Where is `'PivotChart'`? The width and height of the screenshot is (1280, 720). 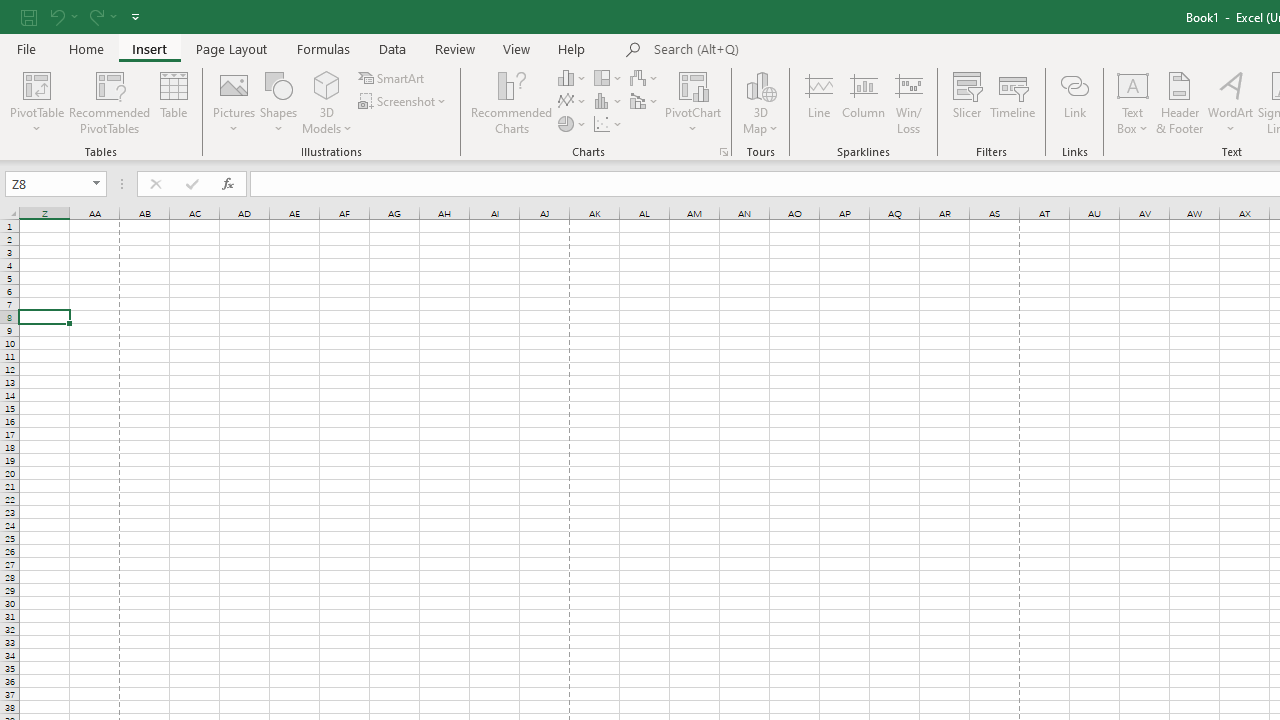 'PivotChart' is located at coordinates (693, 103).